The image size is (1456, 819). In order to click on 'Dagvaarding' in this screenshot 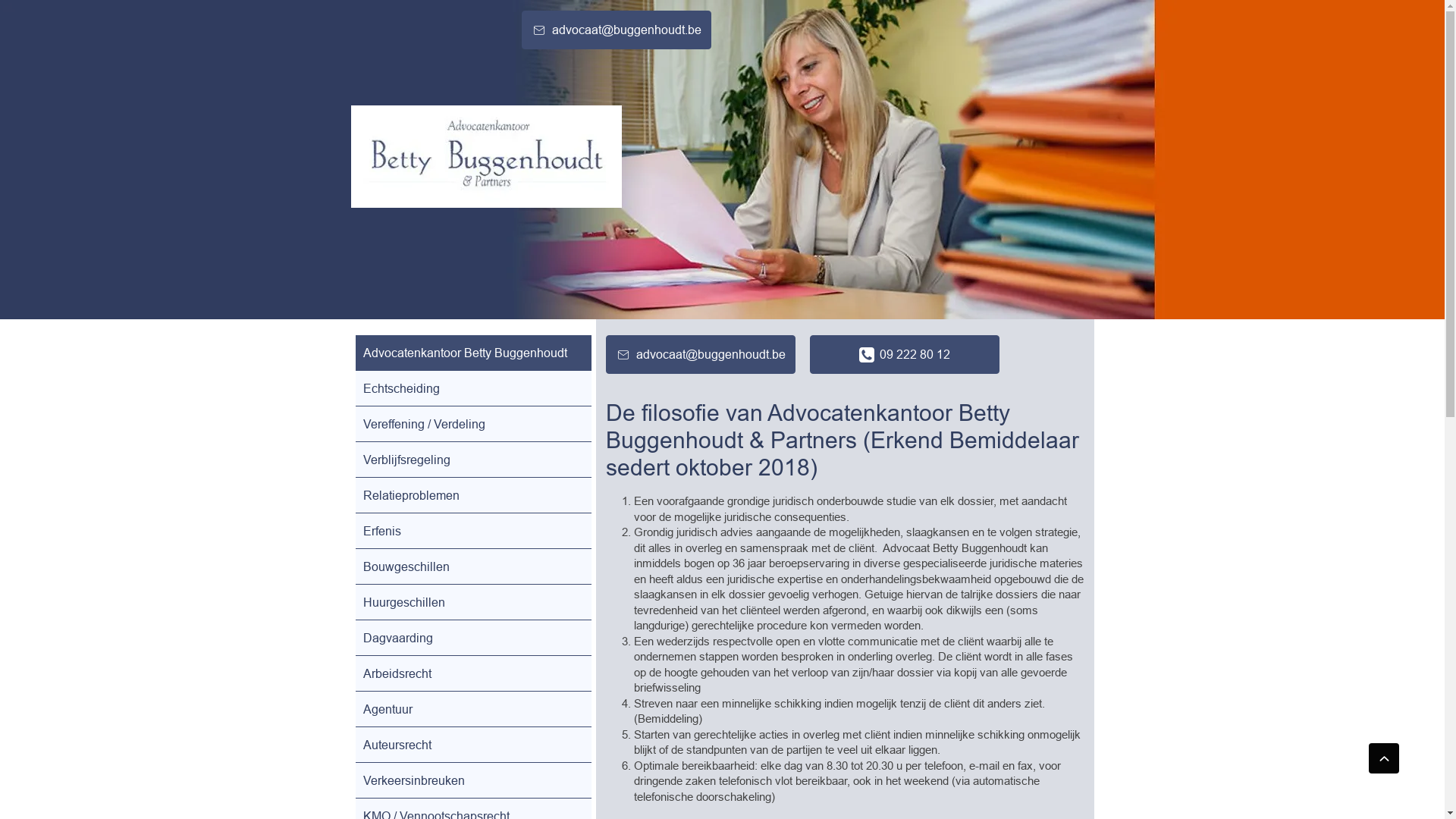, I will do `click(472, 637)`.